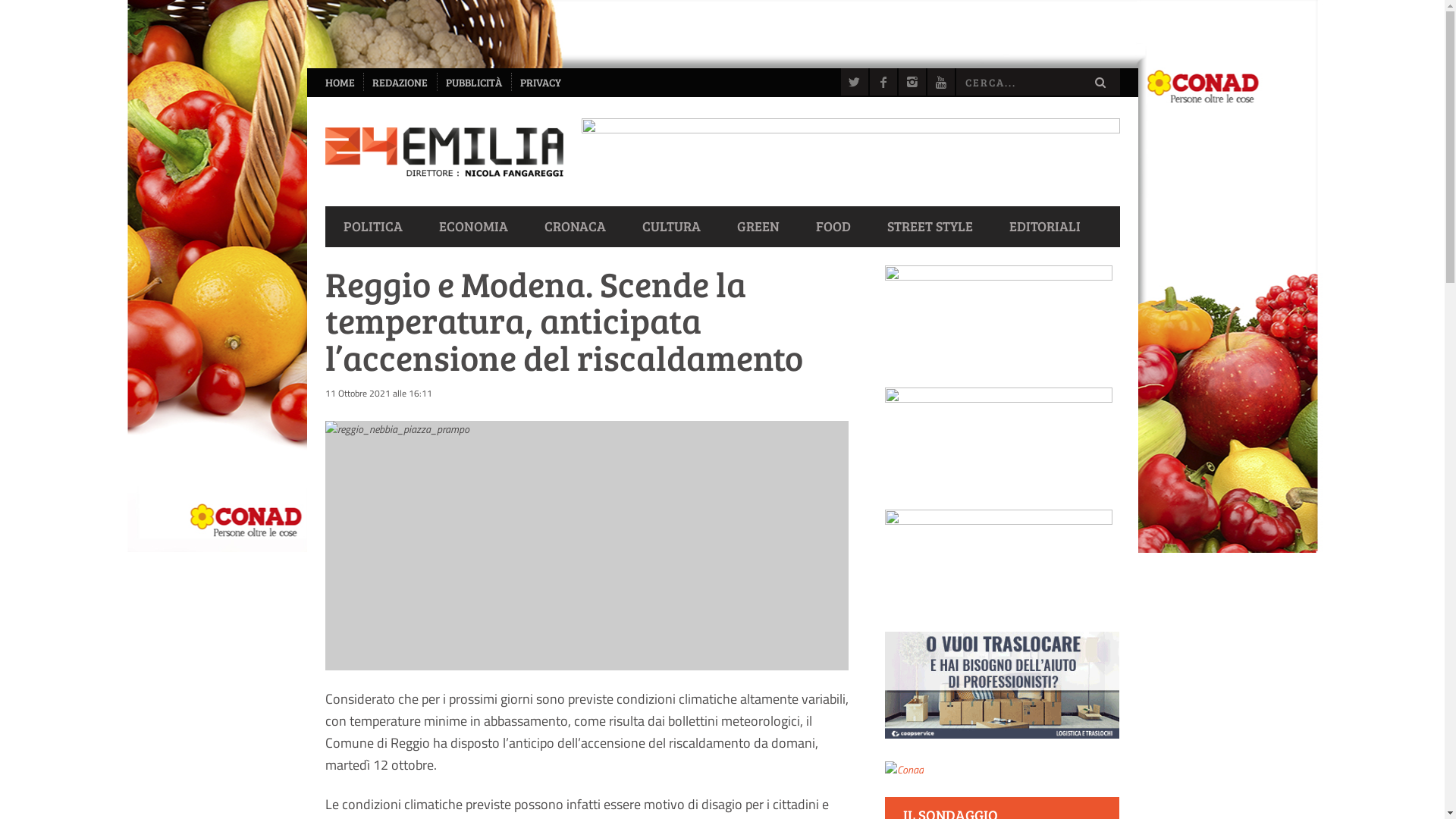 The image size is (1456, 819). Describe the element at coordinates (1043, 226) in the screenshot. I see `'EDITORIALI'` at that location.